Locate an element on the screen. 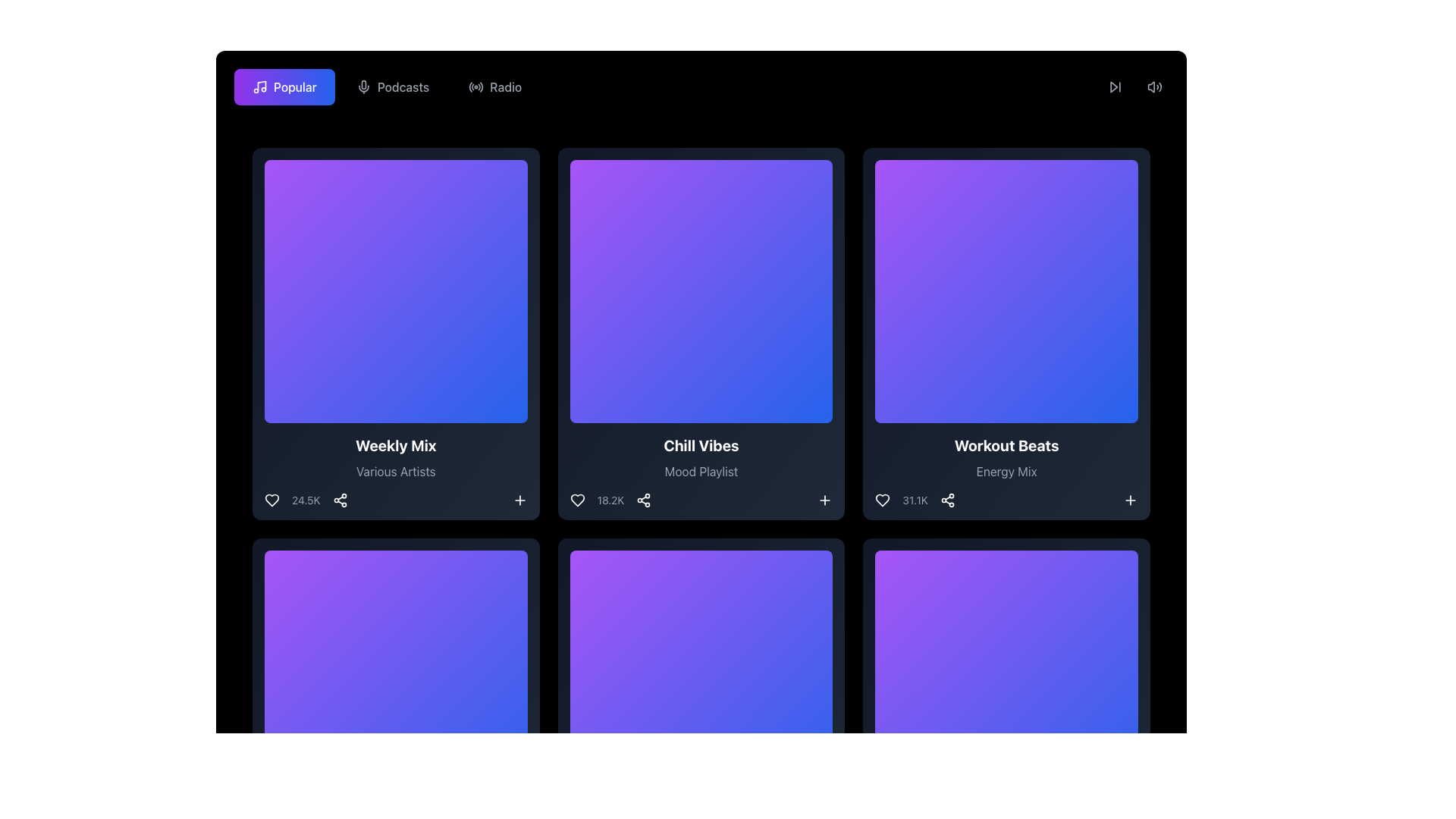  the Text label displaying the count of likes '31.1K' associated with the 'Workout Beats' card, located at the lower part of the card, centered below the title and subtitle, between a heart icon and a share icon is located at coordinates (915, 500).